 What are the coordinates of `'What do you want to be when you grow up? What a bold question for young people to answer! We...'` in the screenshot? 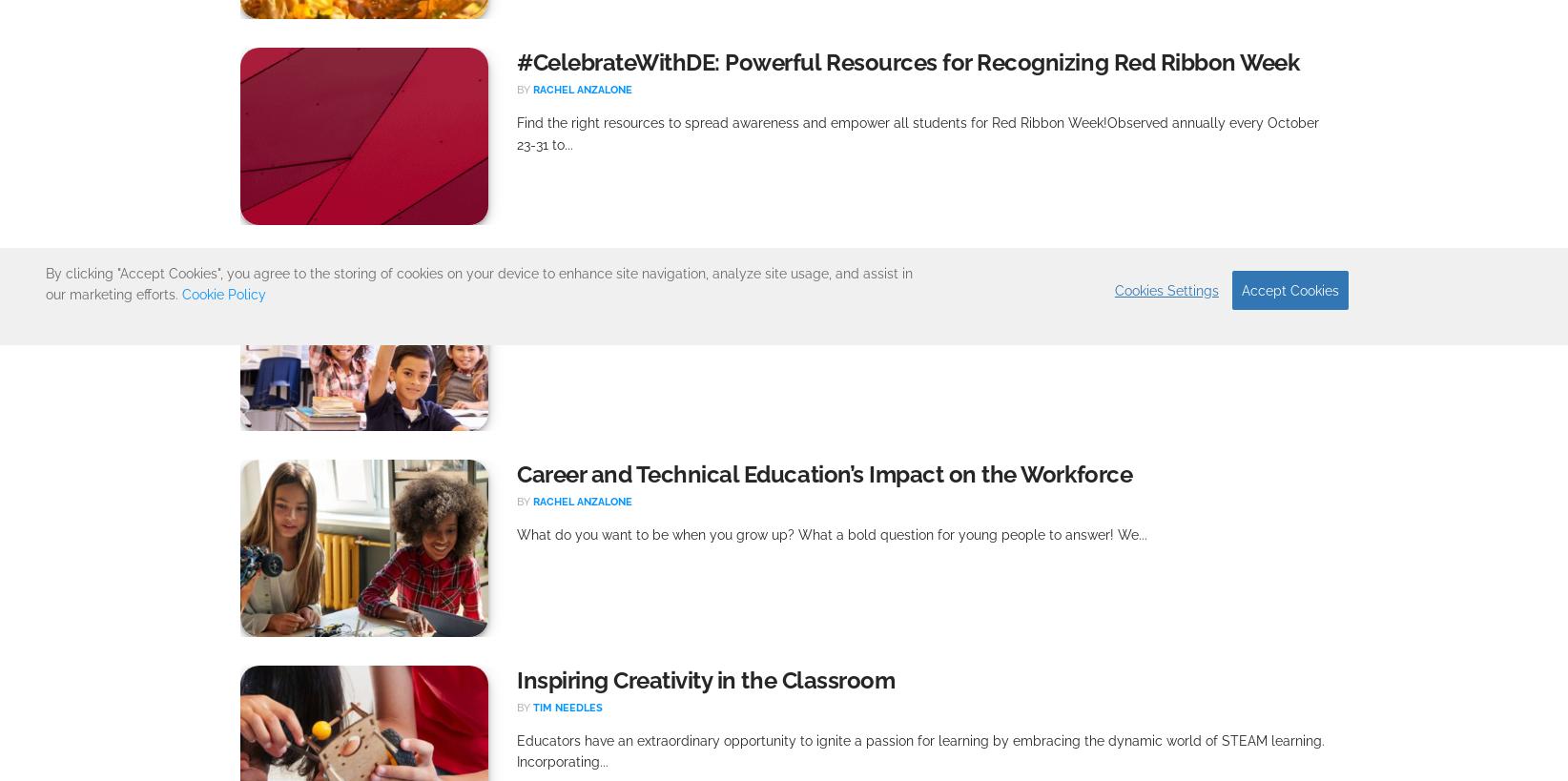 It's located at (832, 535).